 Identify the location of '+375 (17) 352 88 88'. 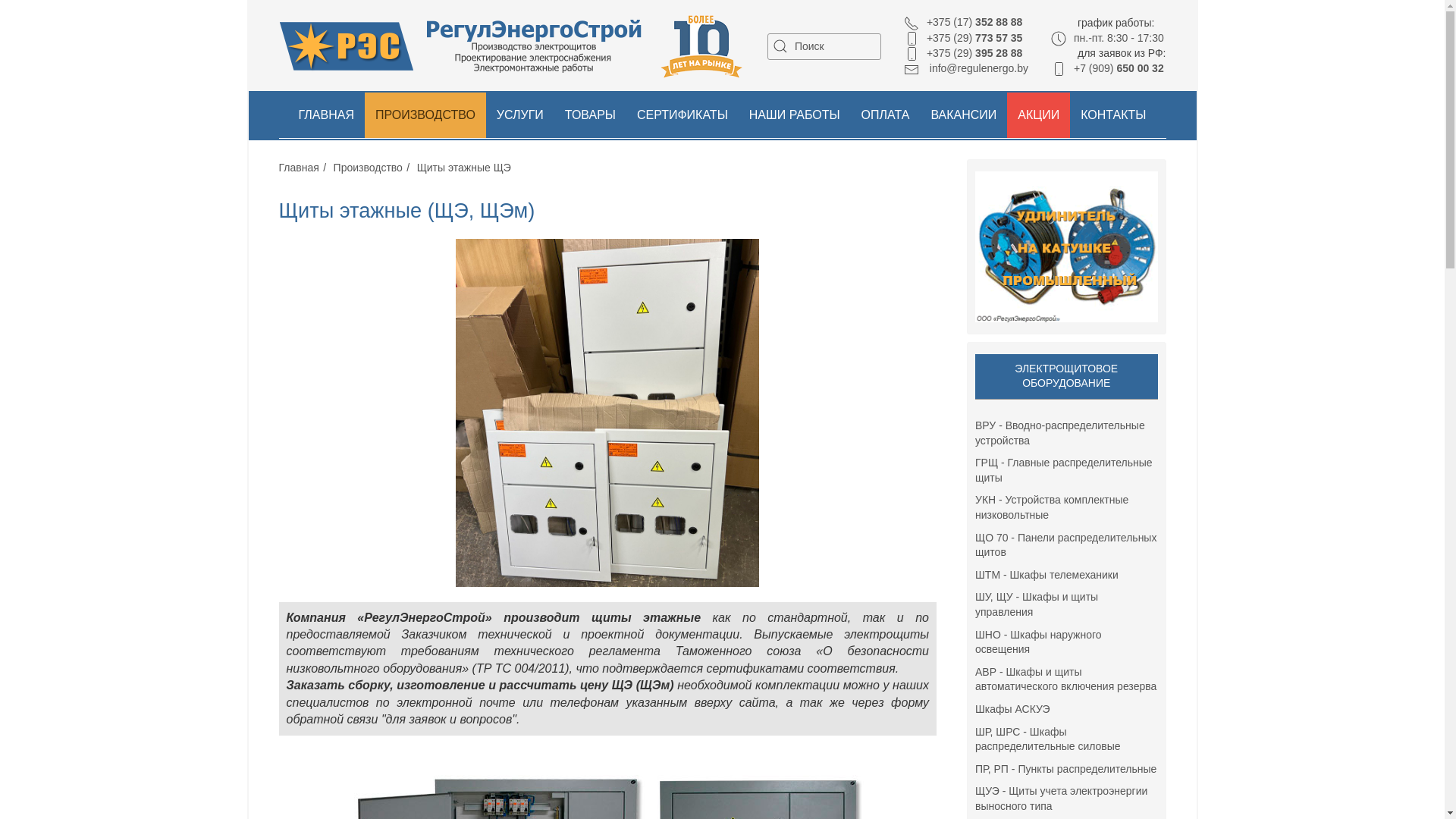
(962, 22).